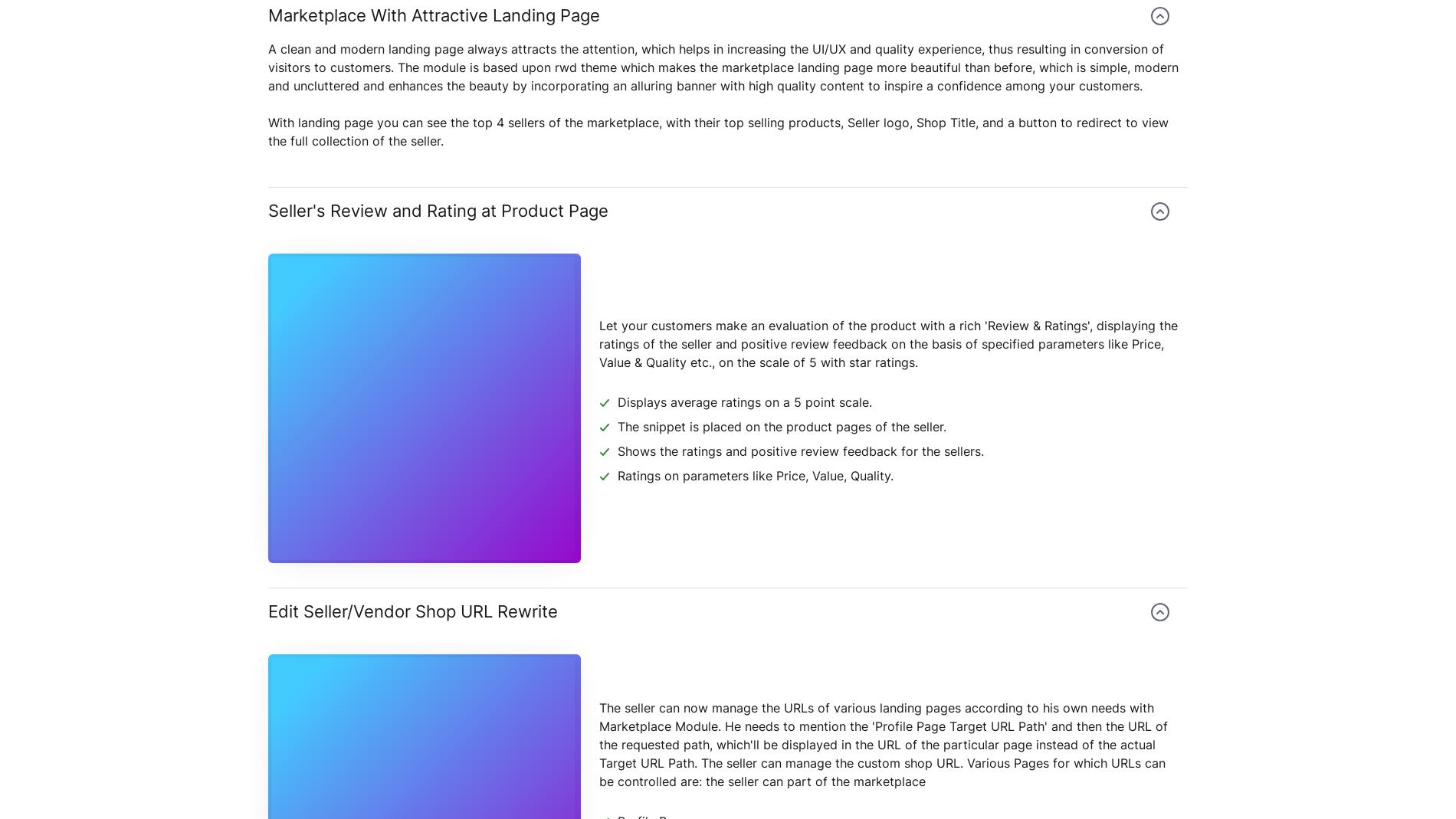 Image resolution: width=1456 pixels, height=819 pixels. What do you see at coordinates (598, 342) in the screenshot?
I see `'Let your customers make an evaluation of the product with a rich 'Review & Ratings', displaying the ratings of the seller and positive review feedback on the basis of specified parameters like Price, Value & Quality etc., on the scale of 5 with star ratings.'` at bounding box center [598, 342].